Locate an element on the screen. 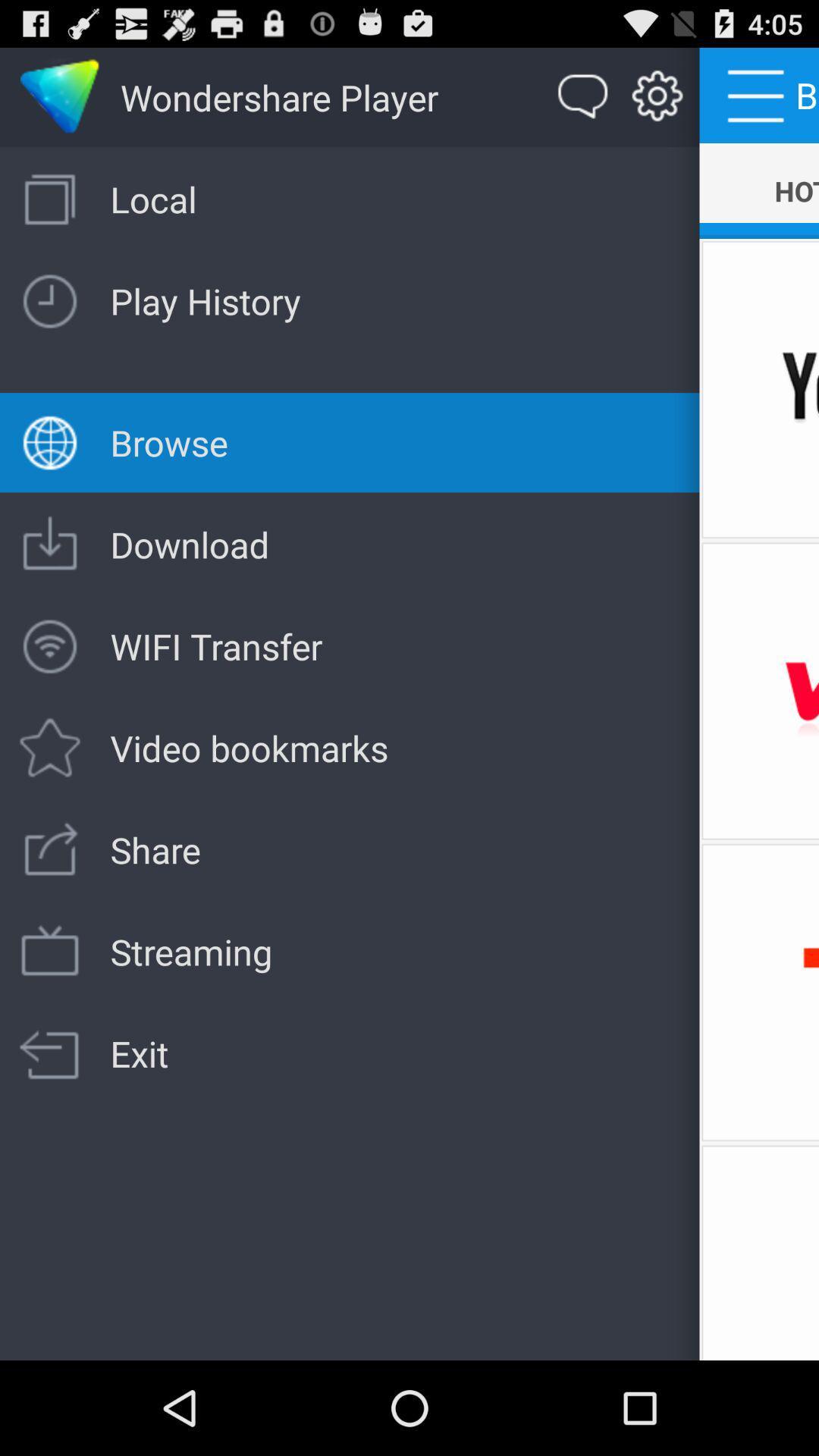 This screenshot has width=819, height=1456. the image at the left top corner of the page is located at coordinates (59, 97).